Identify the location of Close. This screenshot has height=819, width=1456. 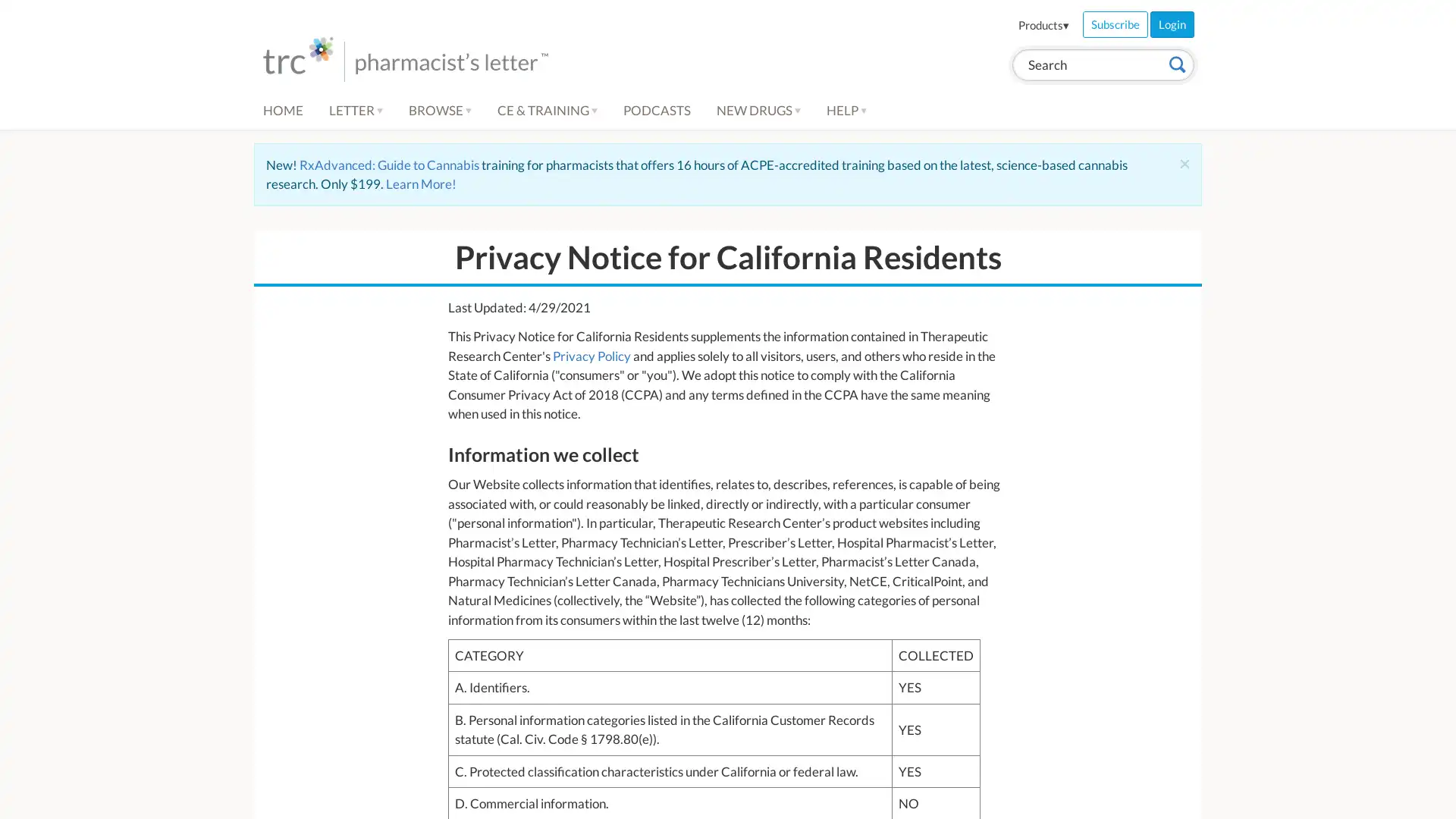
(1184, 163).